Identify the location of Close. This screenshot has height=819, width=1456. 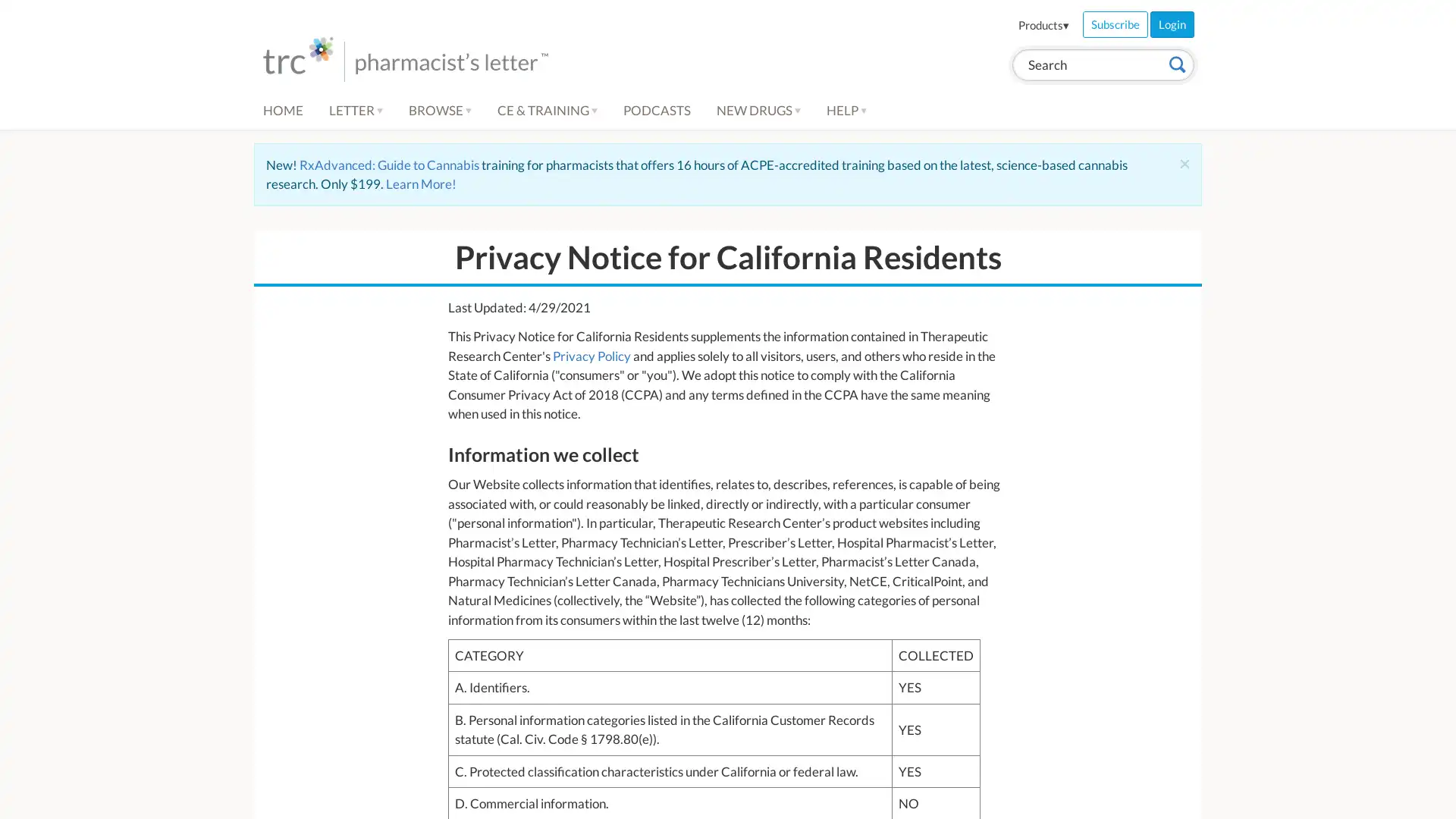
(1184, 163).